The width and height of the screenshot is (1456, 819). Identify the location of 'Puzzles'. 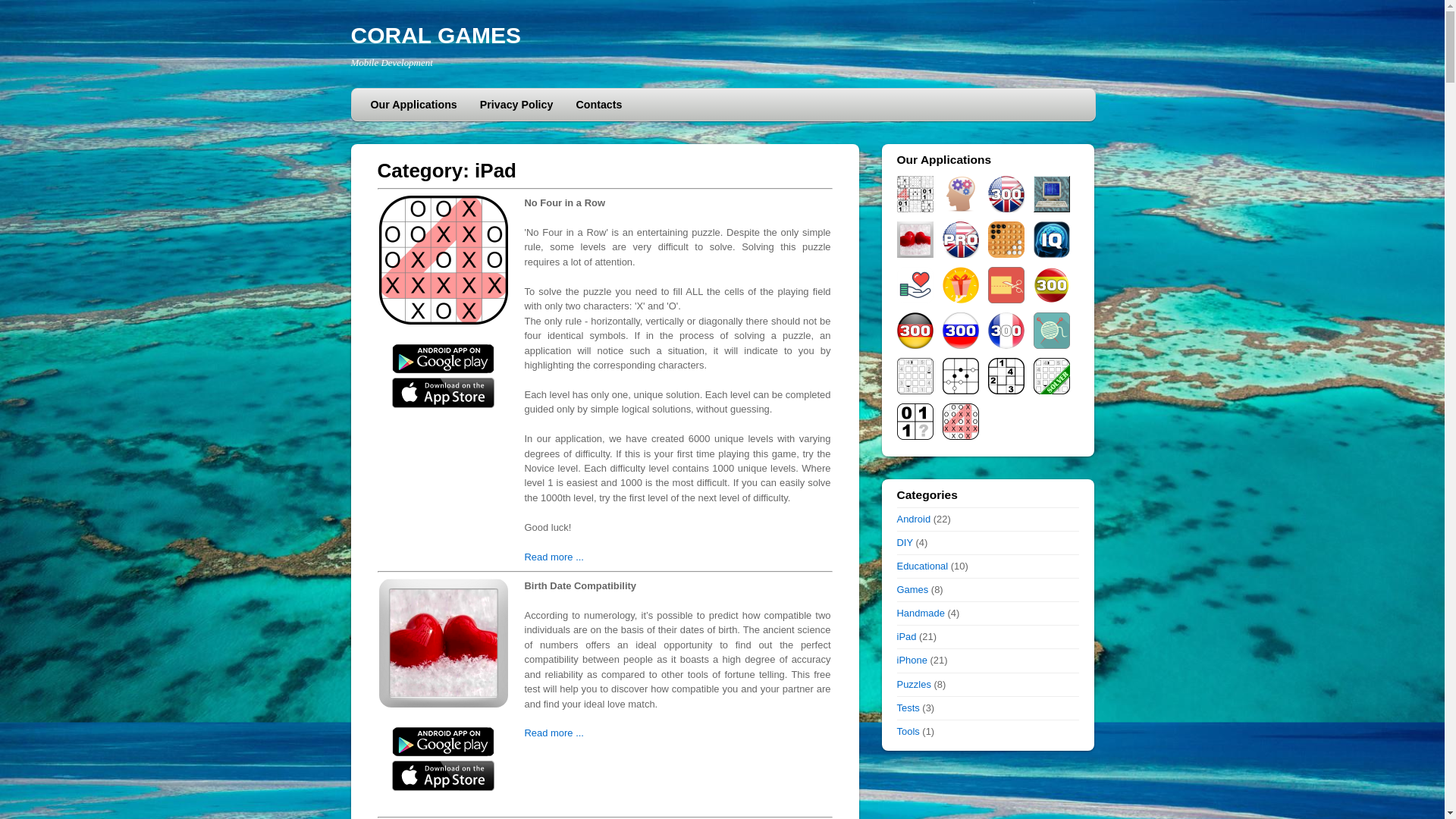
(912, 684).